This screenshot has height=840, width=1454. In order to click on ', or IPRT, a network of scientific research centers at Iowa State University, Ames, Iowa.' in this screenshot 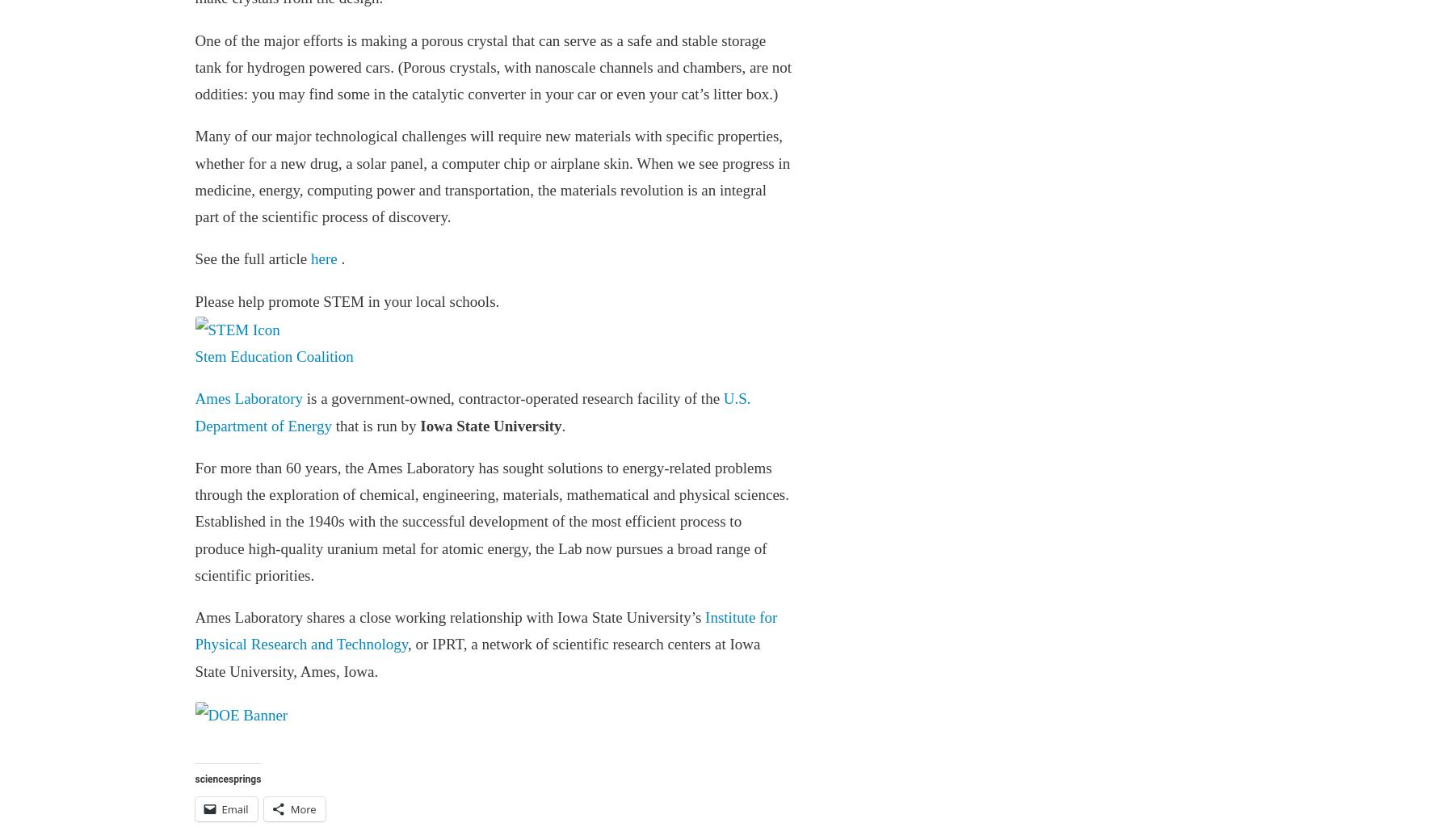, I will do `click(477, 657)`.